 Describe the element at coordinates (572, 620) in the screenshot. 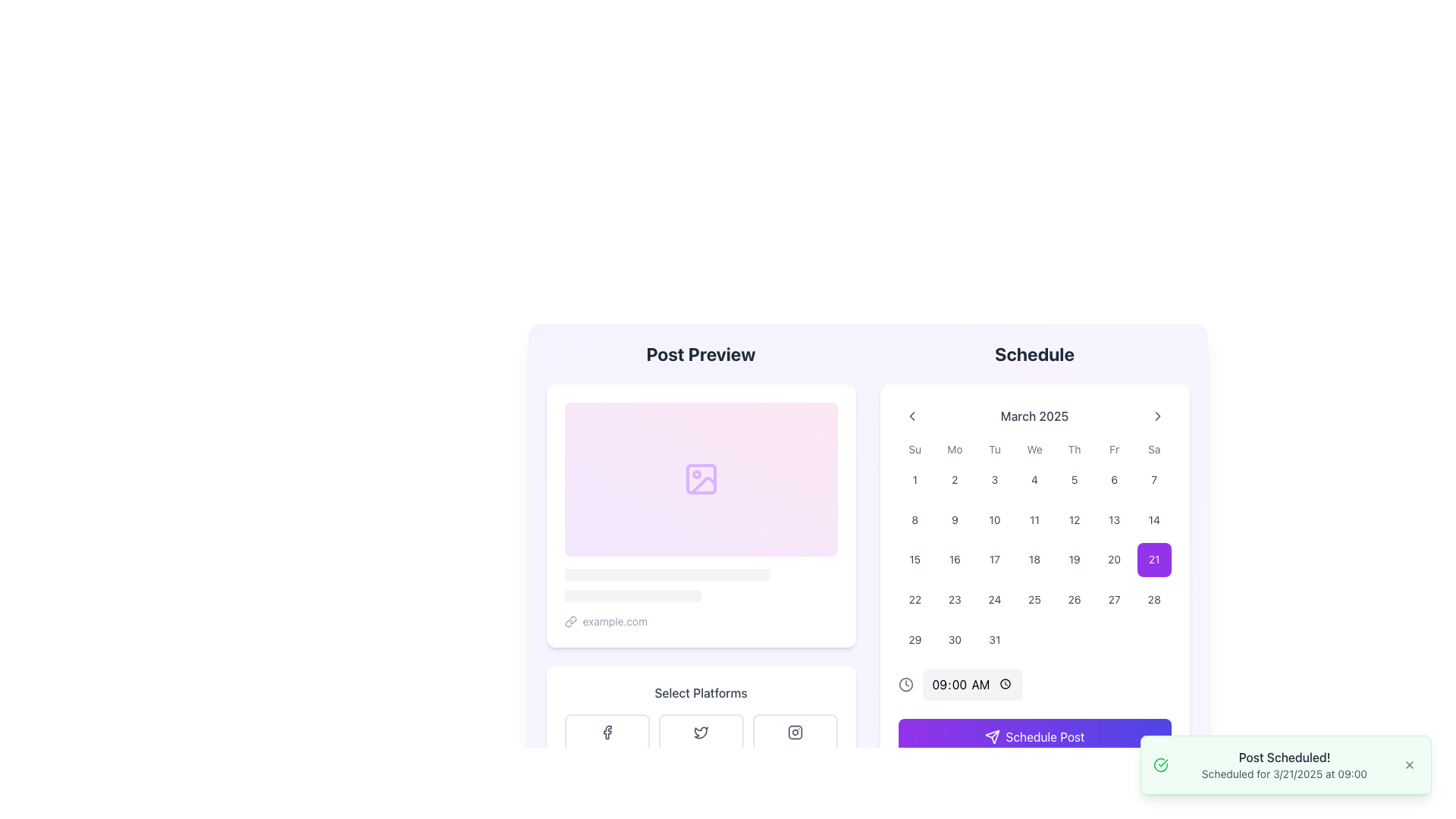

I see `the link icon in the bottom left corner of the 'Post Preview' card, which is visually represented by a chain icon, to interact with the hyperlink associated with 'example.com'` at that location.